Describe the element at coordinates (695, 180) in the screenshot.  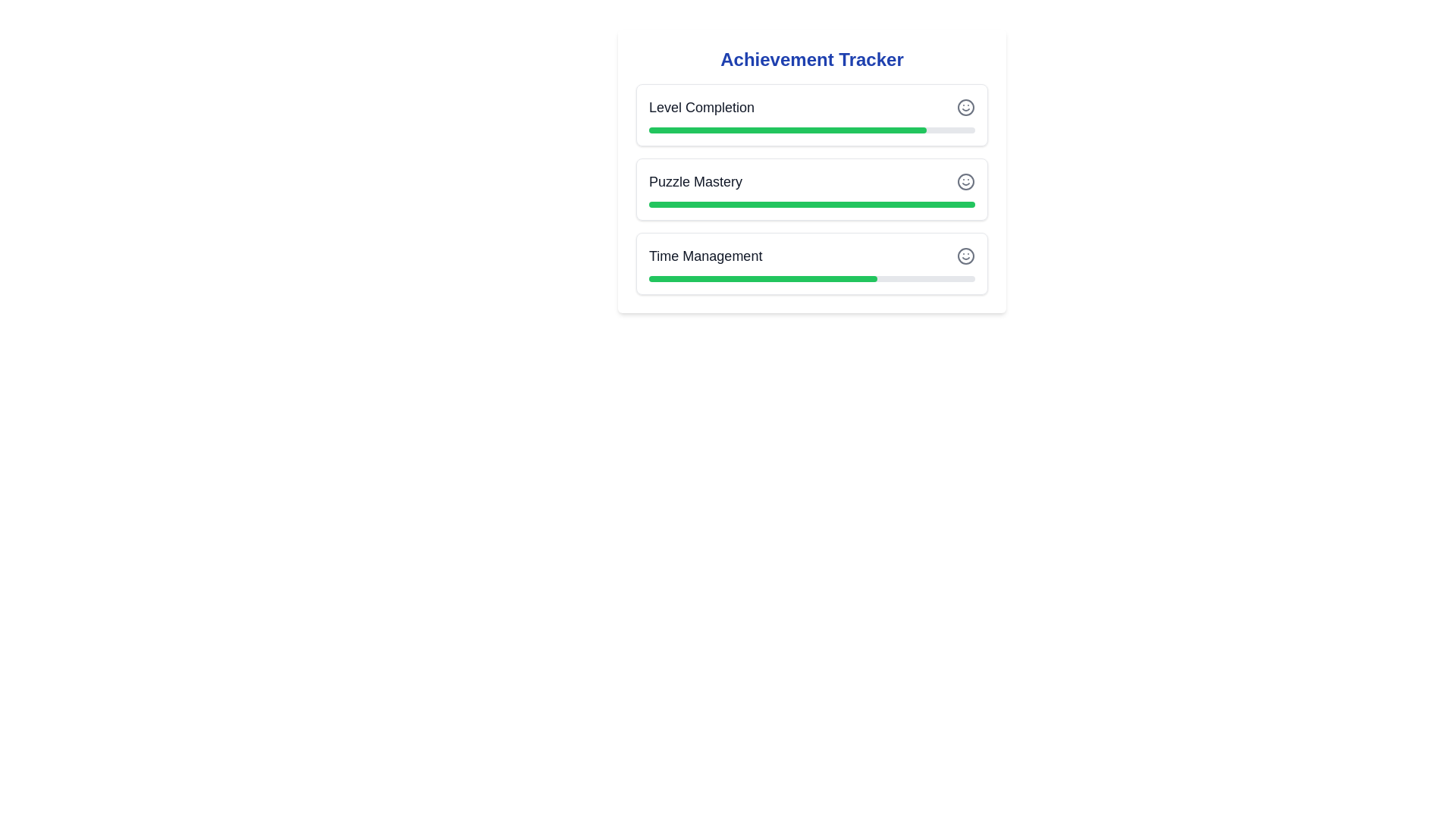
I see `text label that serves as the header for the 'Puzzle Mastery' section, which is centrally positioned in the second row of the 'Achievement Tracker' interface, above a green progress bar` at that location.